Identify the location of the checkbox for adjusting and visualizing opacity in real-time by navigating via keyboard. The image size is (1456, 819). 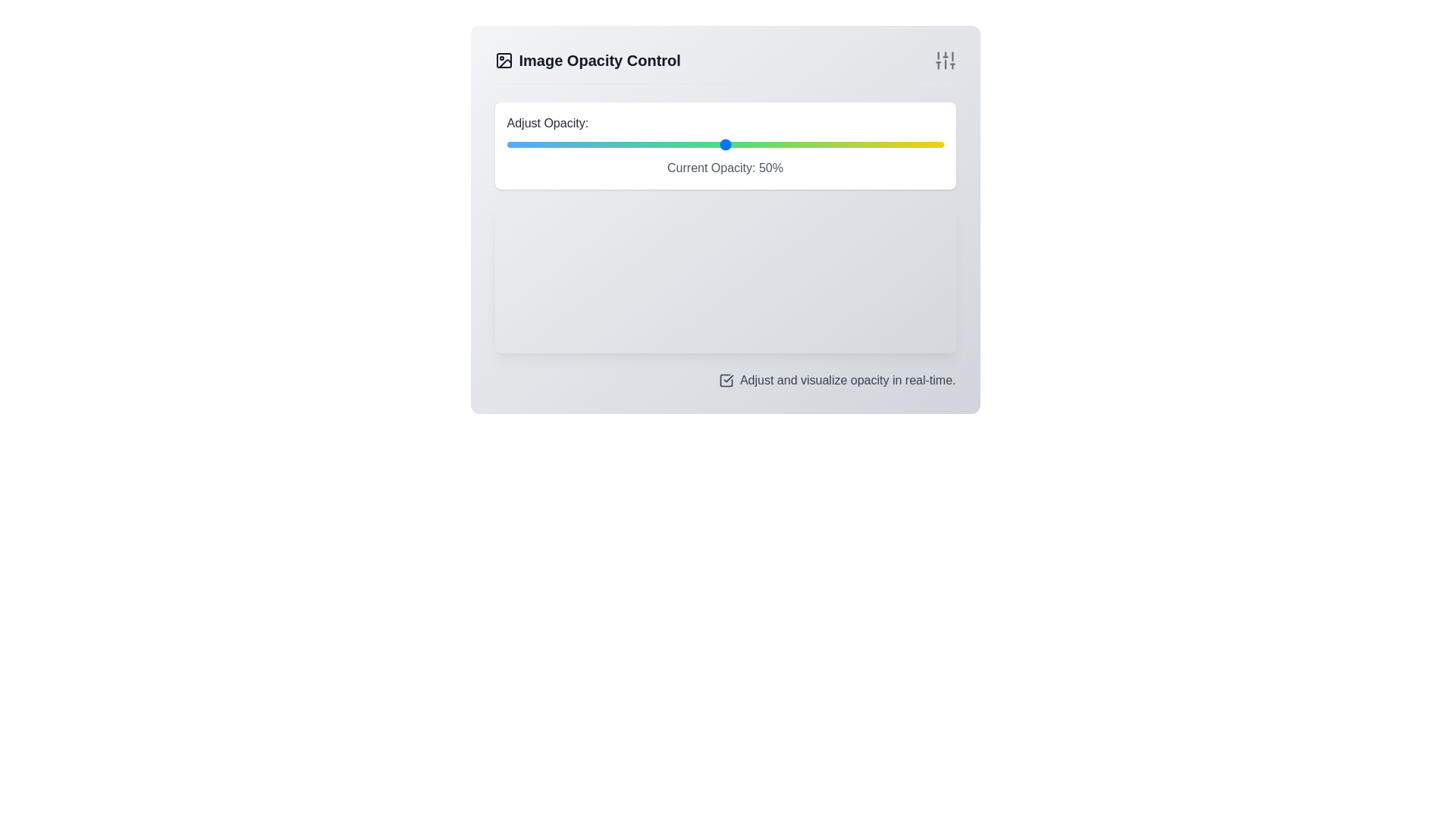
(724, 379).